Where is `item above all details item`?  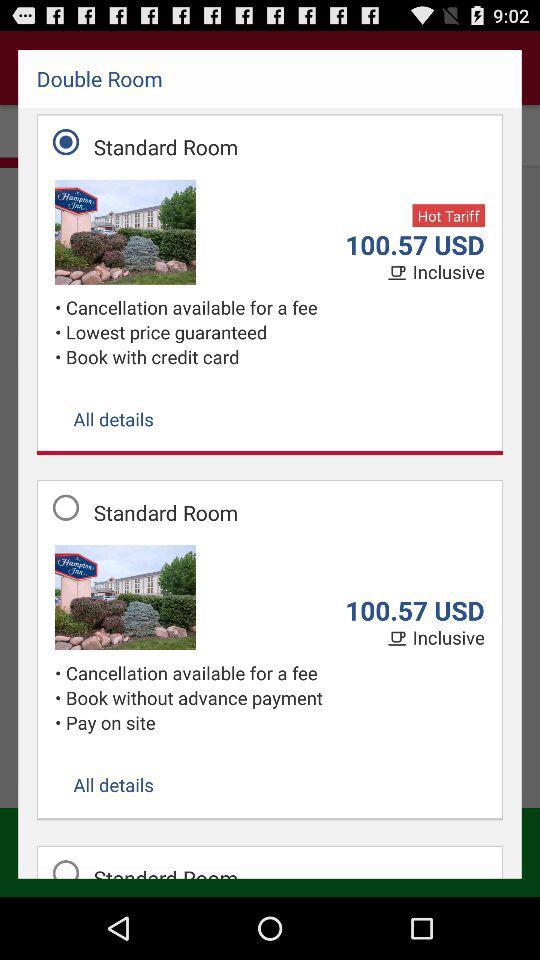
item above all details item is located at coordinates (60, 357).